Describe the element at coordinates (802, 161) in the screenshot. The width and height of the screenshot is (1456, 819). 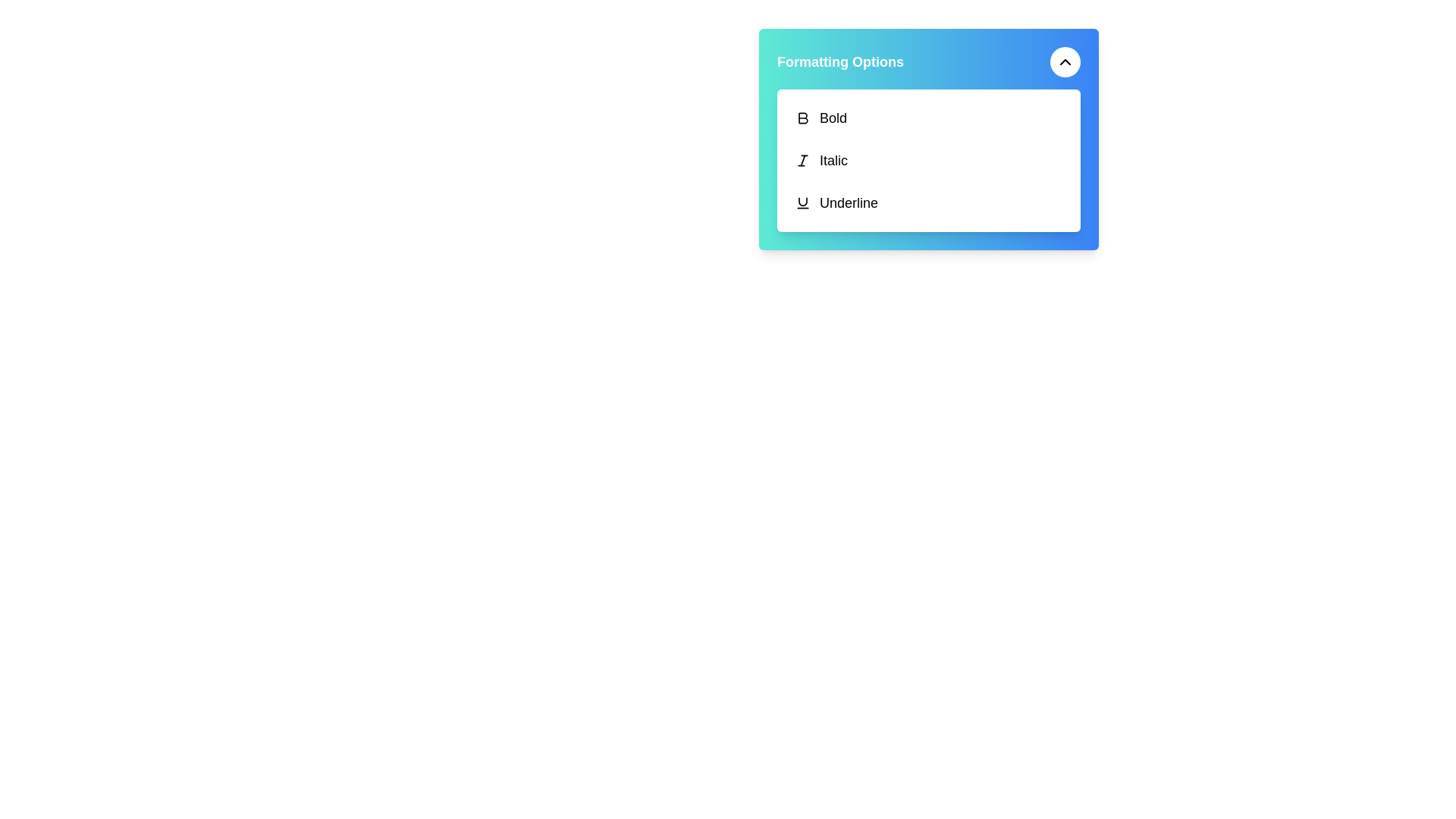
I see `the italic formatting icon located beside the label 'Italic' in the 'Formatting Options' section` at that location.